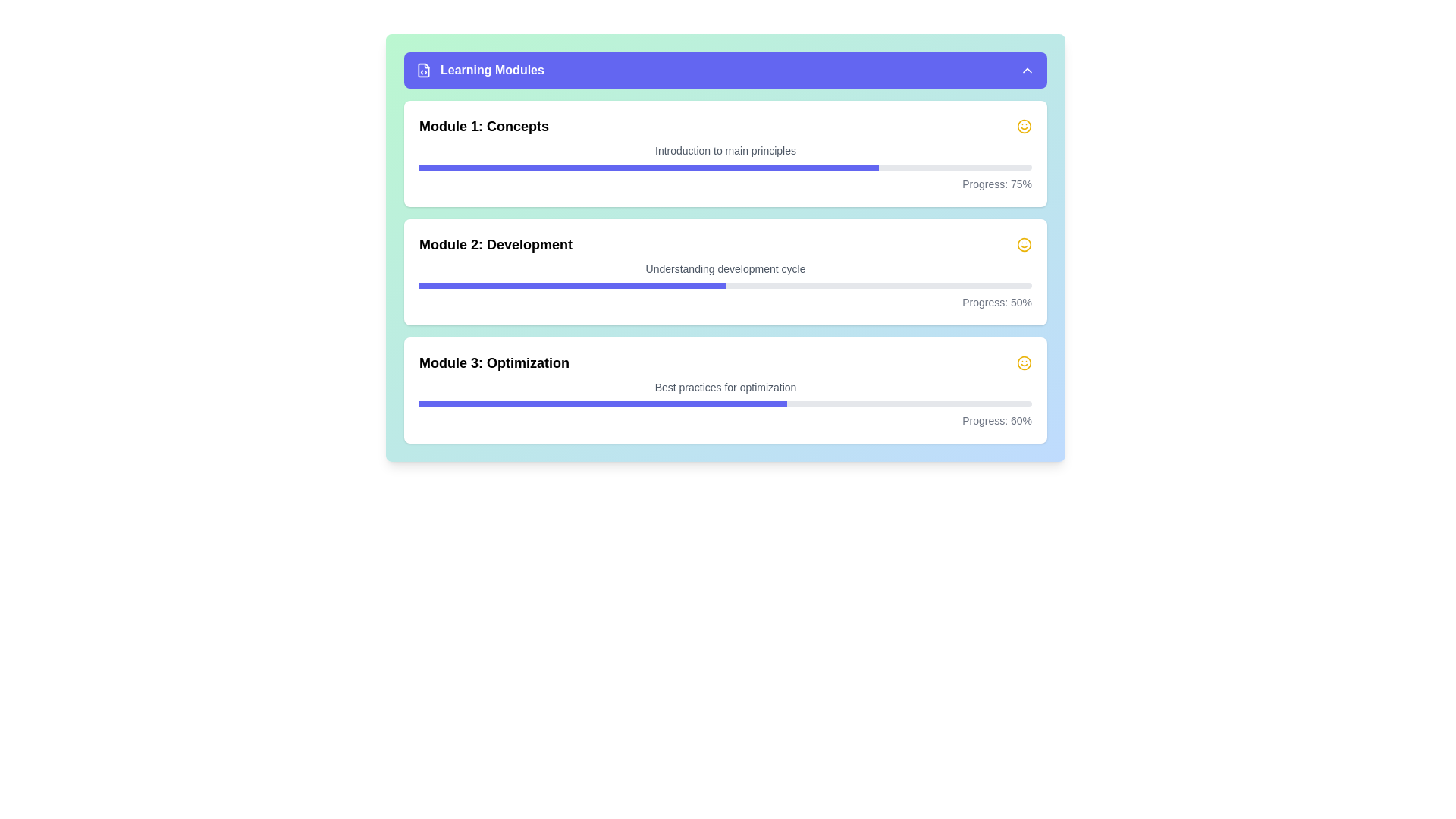 The width and height of the screenshot is (1456, 819). I want to click on the progress bar segment that indicates 60% completion, which is filled with blue color and has rounded edges, located within the third module's progress bar, so click(602, 403).